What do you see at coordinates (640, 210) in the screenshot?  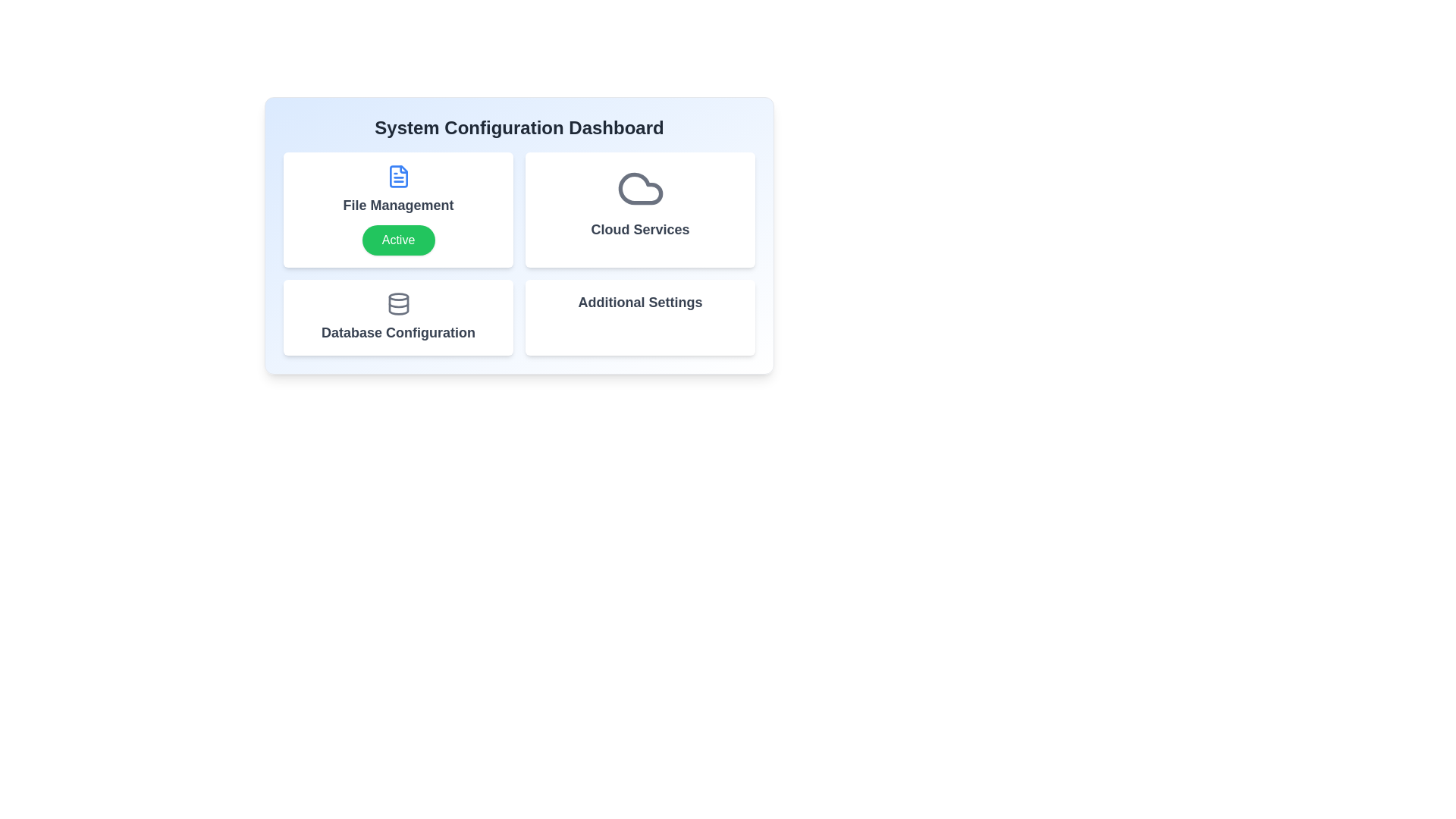 I see `the Informational card featuring a centered cloud icon and the text 'Cloud Services', which is located in the top-right position of the grid structure` at bounding box center [640, 210].